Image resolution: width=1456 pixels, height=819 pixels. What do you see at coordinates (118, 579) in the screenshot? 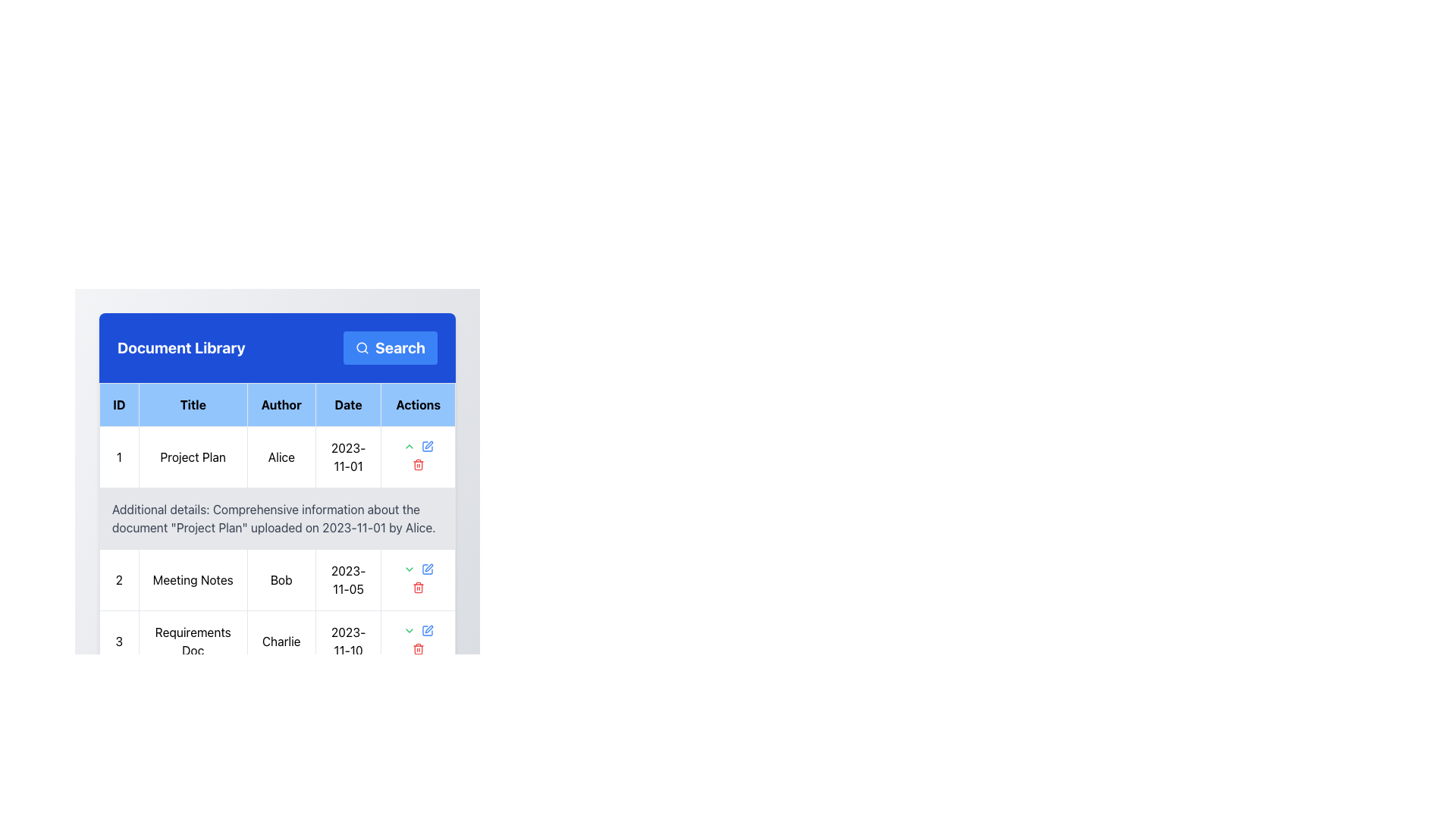
I see `the content of the text element displaying the number '2' in a bold font, located in the leftmost cell of the second row under the 'ID' column of the table labeled 'Meeting Notes'` at bounding box center [118, 579].